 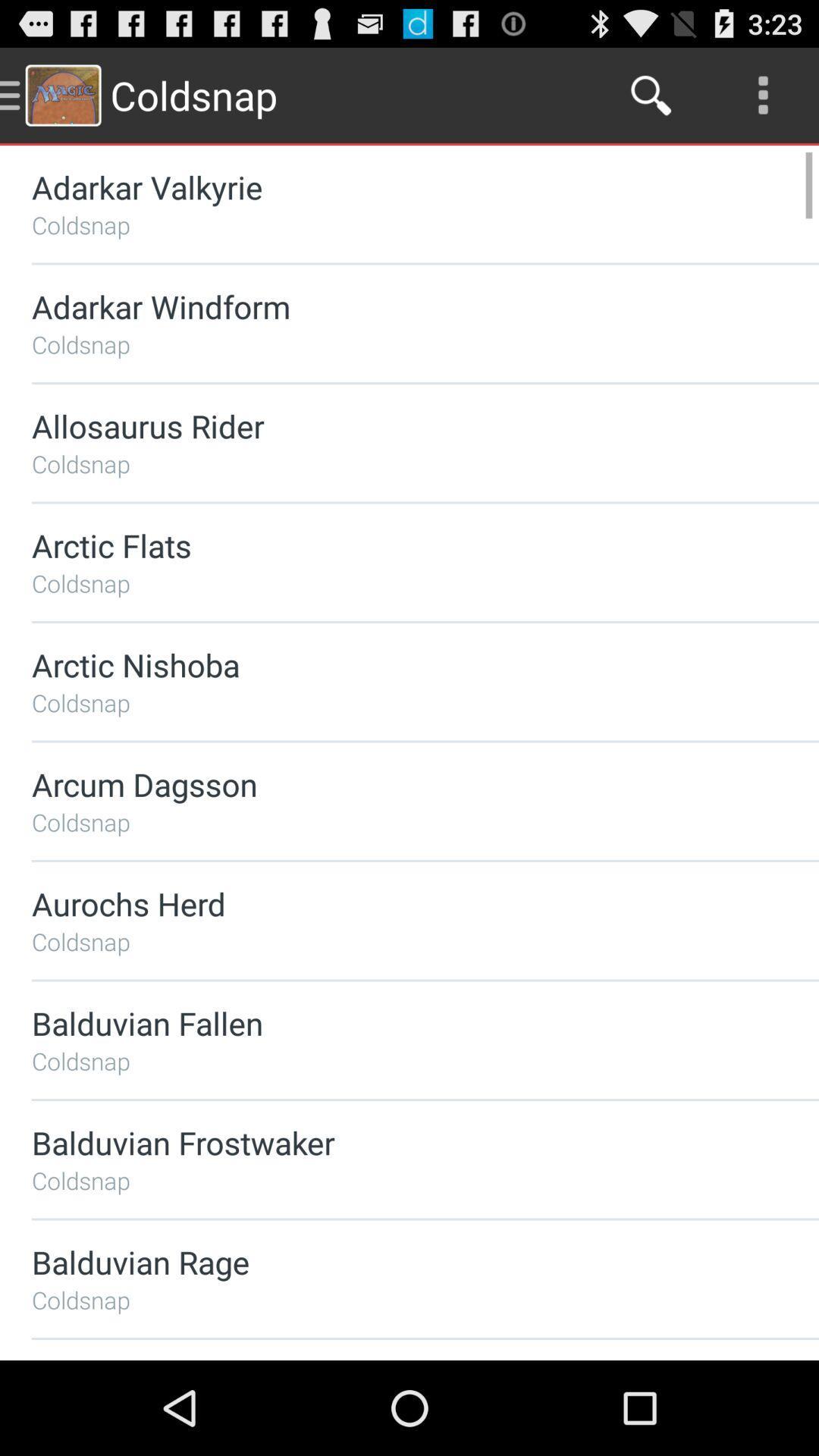 What do you see at coordinates (384, 425) in the screenshot?
I see `the allosaurus rider item` at bounding box center [384, 425].